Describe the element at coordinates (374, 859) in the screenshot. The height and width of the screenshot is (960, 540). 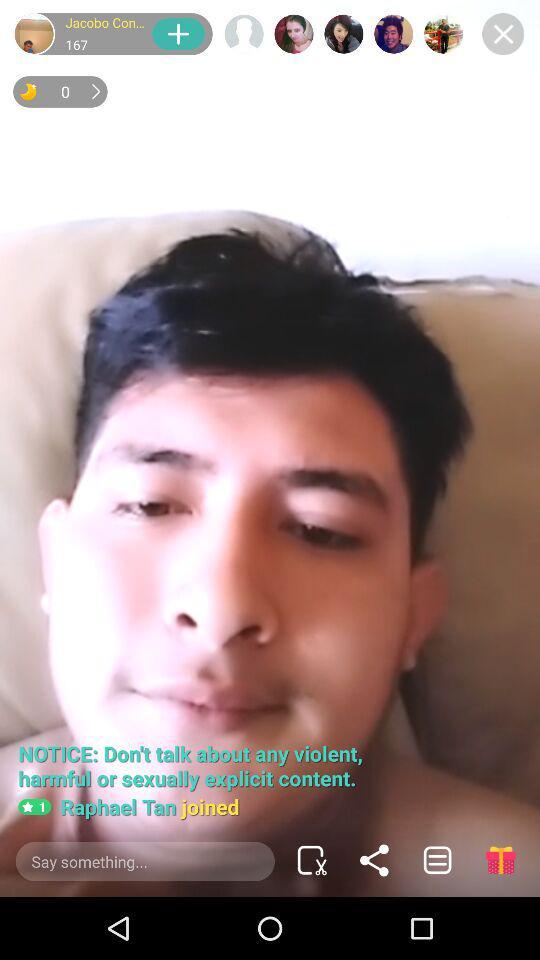
I see `the share icon` at that location.